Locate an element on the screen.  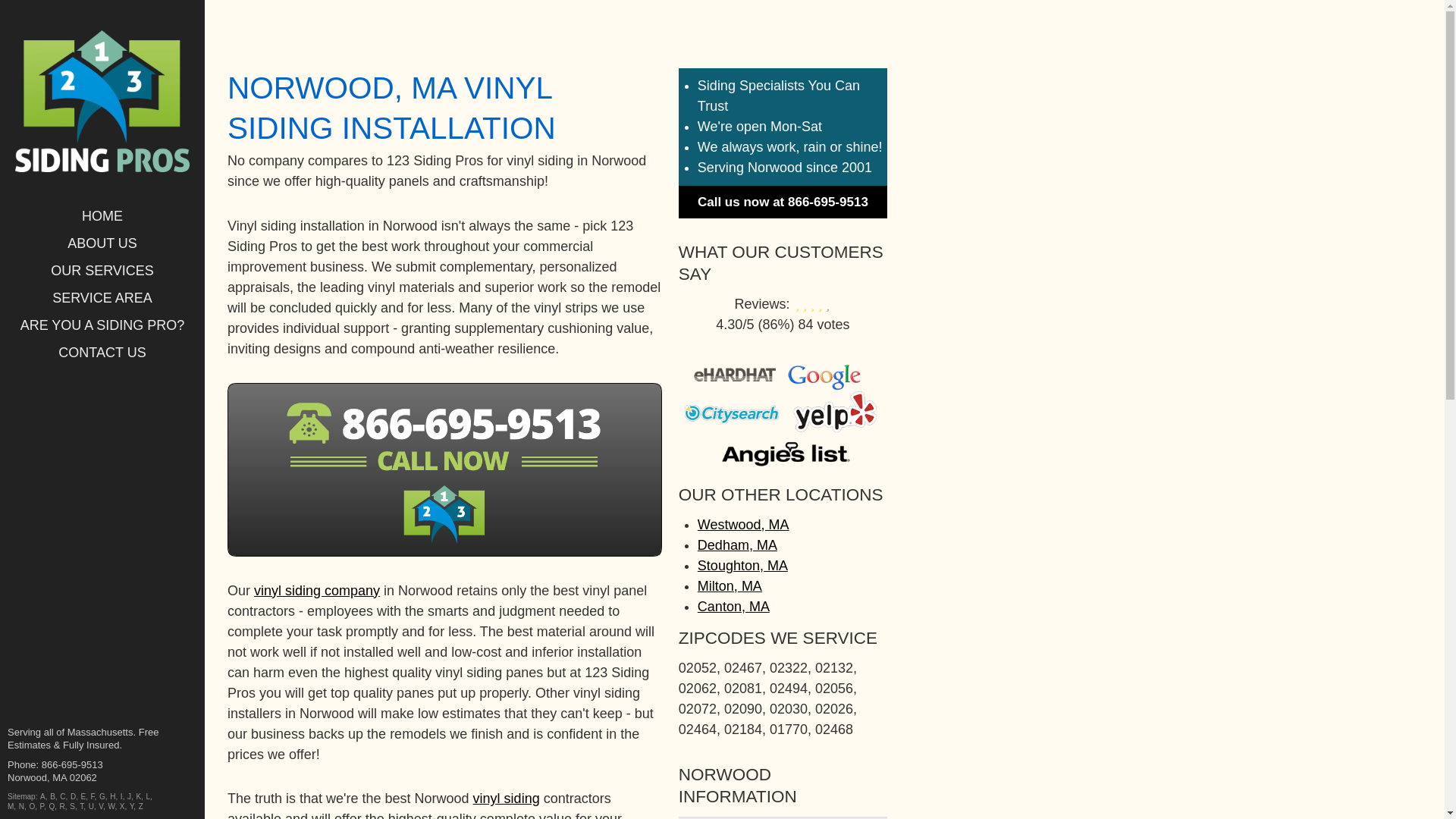
'vinyl siding company' is located at coordinates (254, 590).